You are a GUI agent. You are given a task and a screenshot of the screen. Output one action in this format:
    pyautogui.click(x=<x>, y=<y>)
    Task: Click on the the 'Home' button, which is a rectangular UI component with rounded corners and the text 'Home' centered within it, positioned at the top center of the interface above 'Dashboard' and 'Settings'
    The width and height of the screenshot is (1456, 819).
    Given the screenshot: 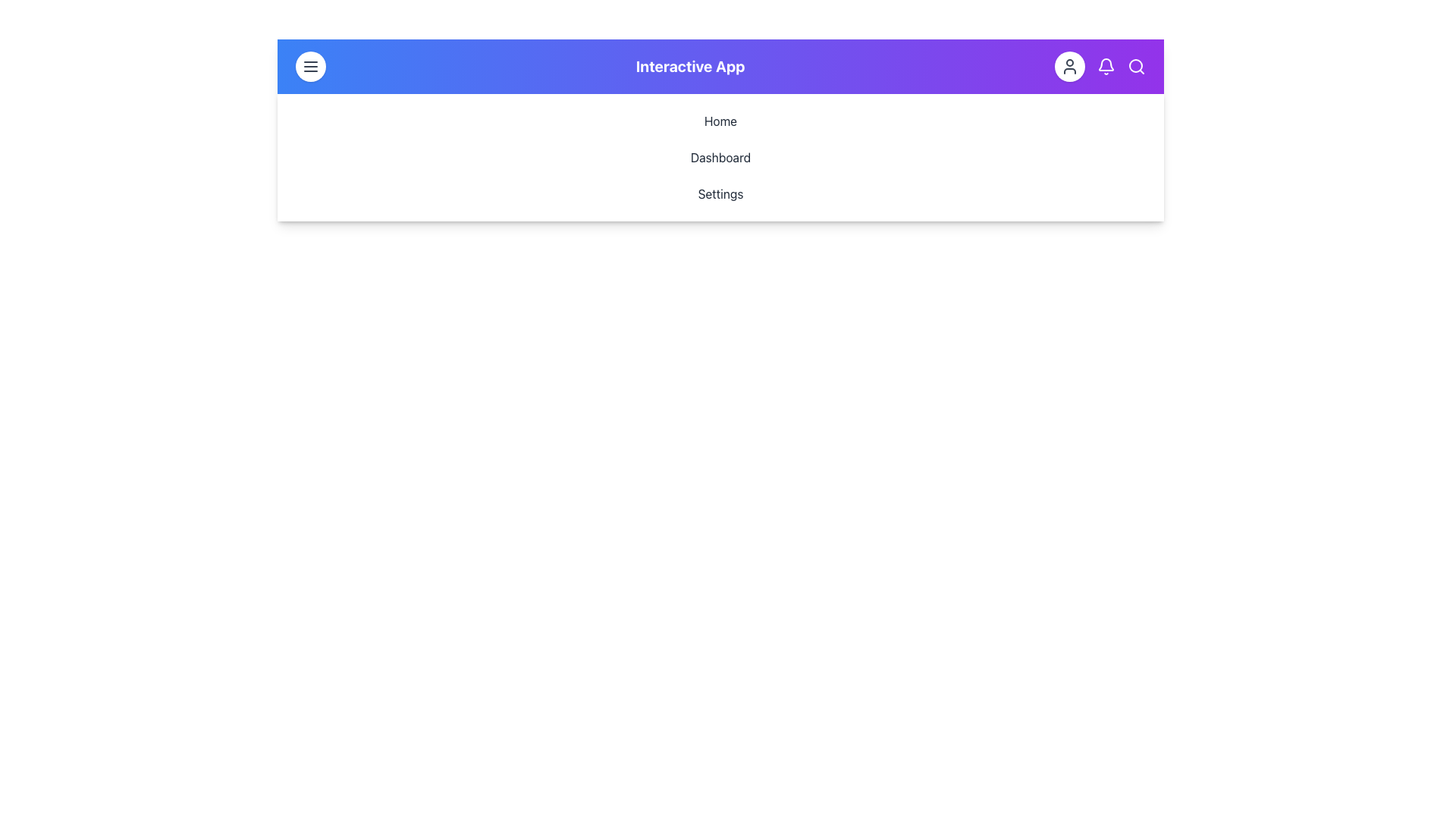 What is the action you would take?
    pyautogui.click(x=720, y=120)
    